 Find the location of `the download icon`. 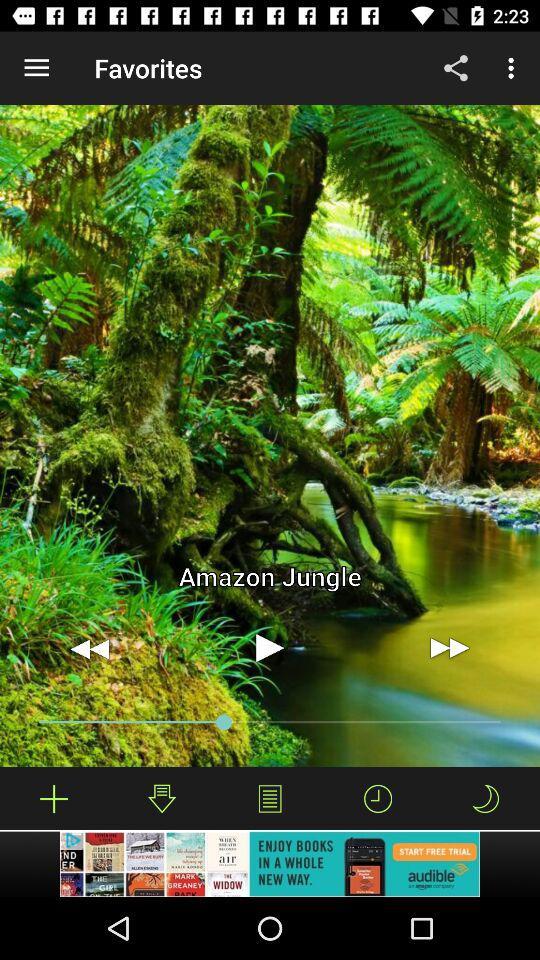

the download icon is located at coordinates (161, 798).